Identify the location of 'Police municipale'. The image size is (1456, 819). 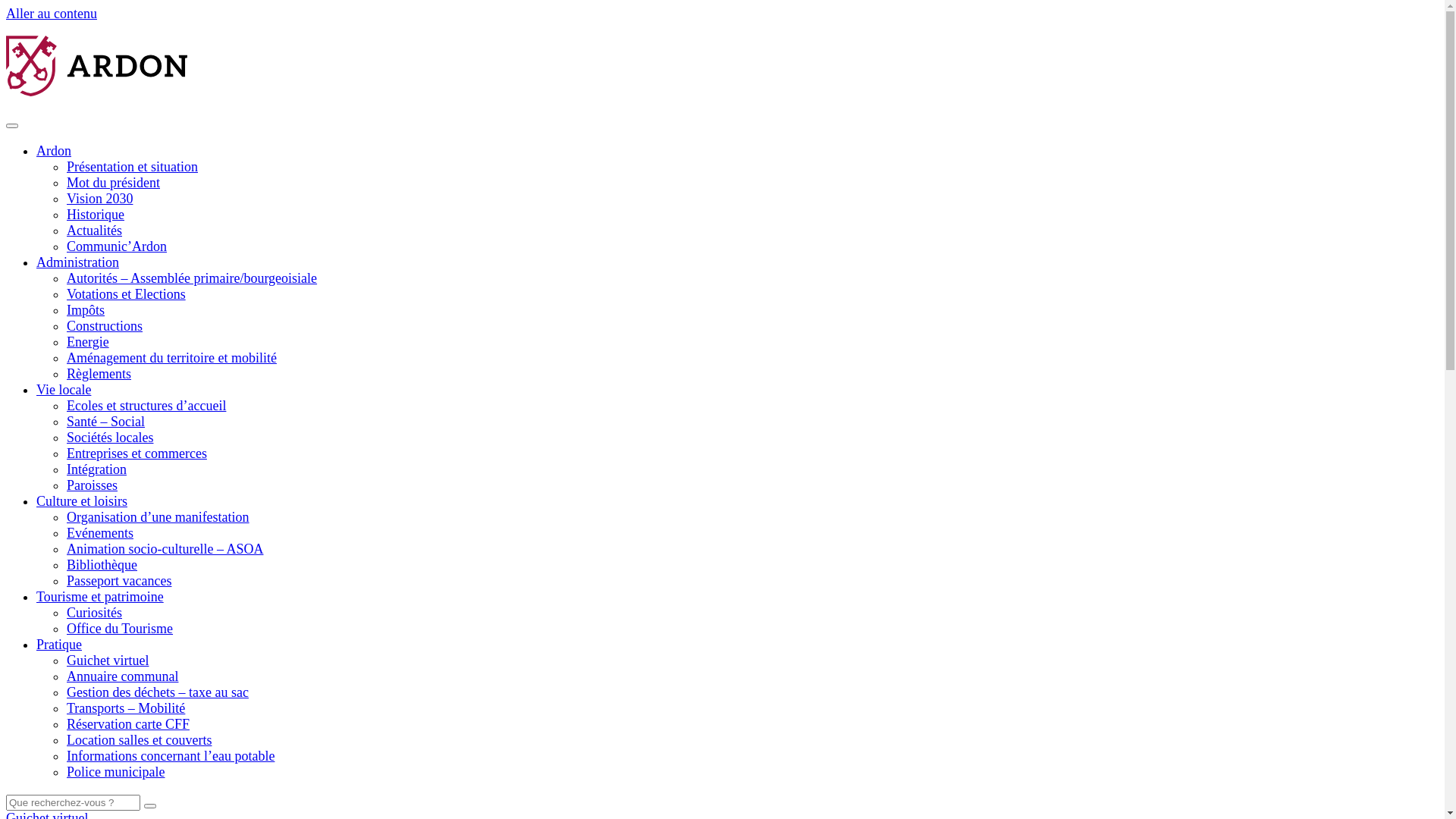
(115, 772).